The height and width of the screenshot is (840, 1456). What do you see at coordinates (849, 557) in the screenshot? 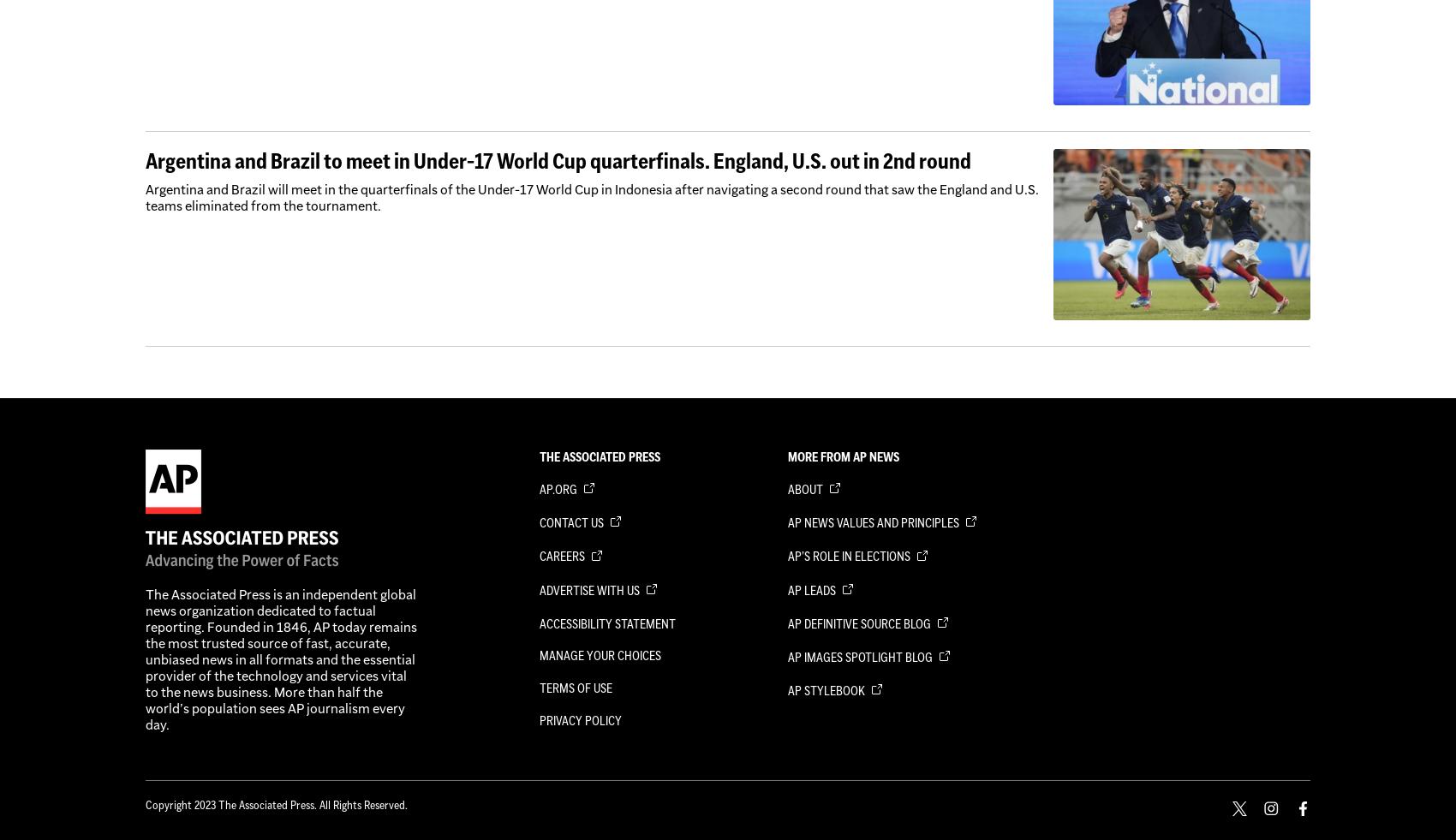
I see `'AP’s Role in Elections'` at bounding box center [849, 557].